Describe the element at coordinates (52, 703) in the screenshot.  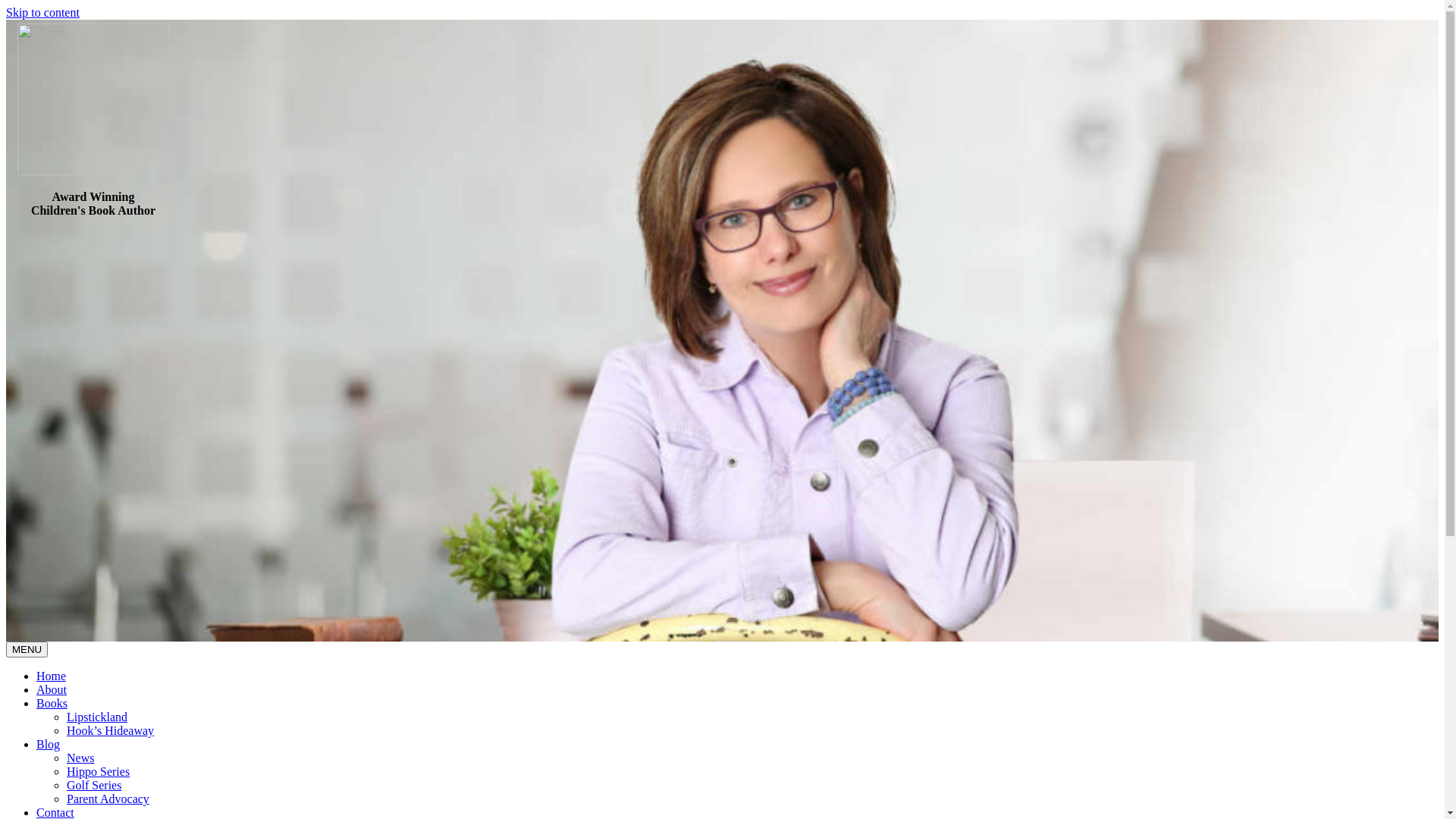
I see `'Books'` at that location.